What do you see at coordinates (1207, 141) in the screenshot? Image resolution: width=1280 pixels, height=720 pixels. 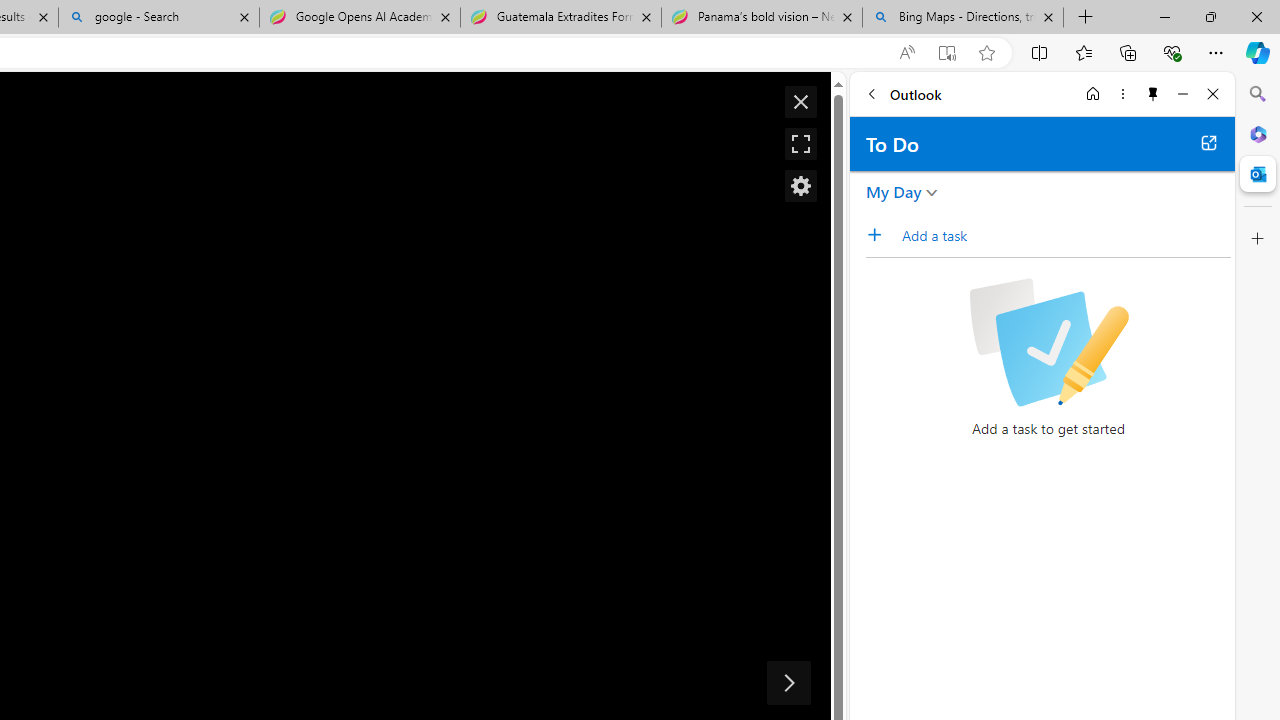 I see `'Open in new tab'` at bounding box center [1207, 141].